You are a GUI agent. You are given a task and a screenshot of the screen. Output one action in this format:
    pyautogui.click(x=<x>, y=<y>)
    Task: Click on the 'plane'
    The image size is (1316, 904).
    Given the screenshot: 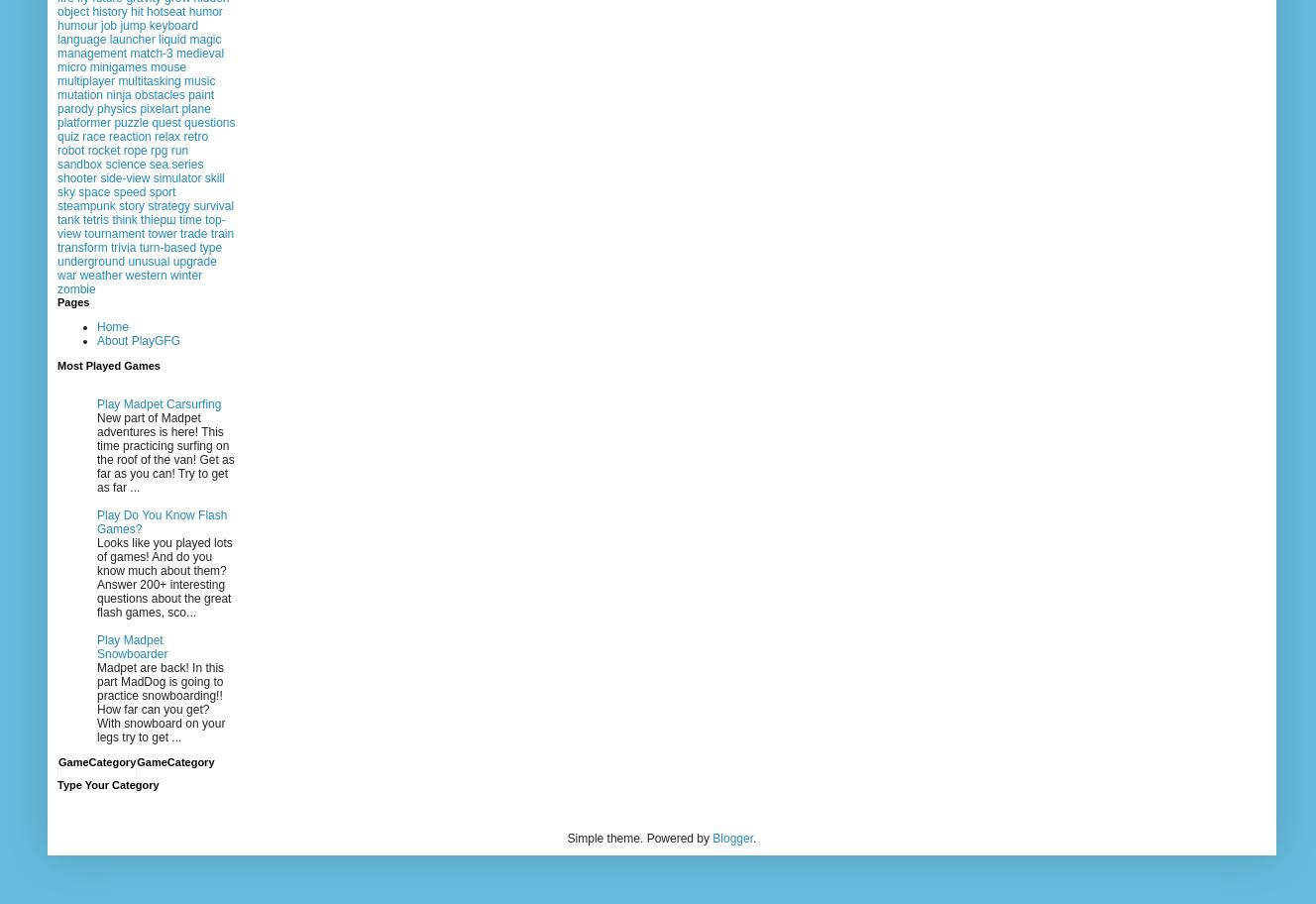 What is the action you would take?
    pyautogui.click(x=195, y=108)
    